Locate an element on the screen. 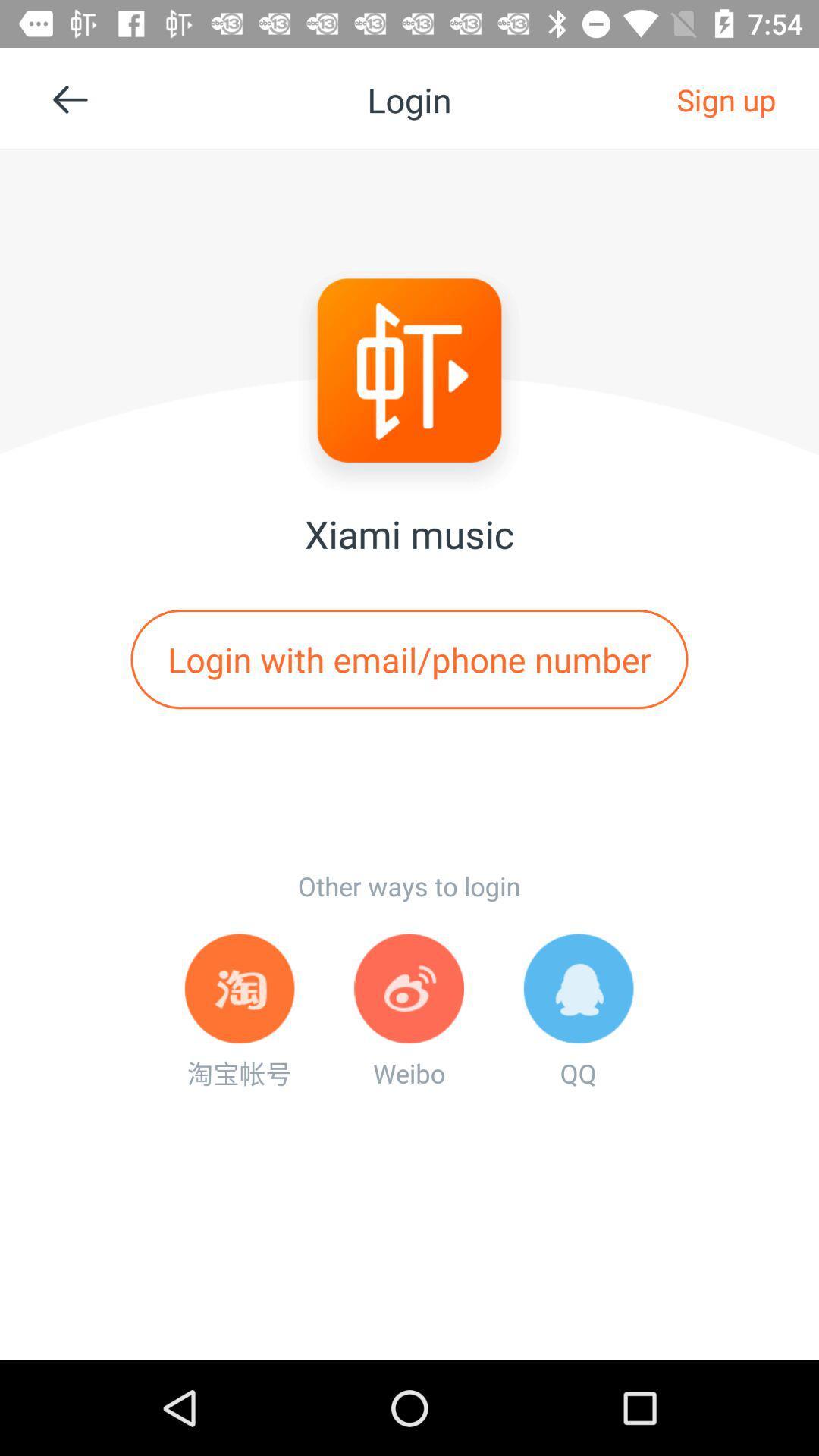 This screenshot has width=819, height=1456. item to the right of weibo is located at coordinates (579, 1012).